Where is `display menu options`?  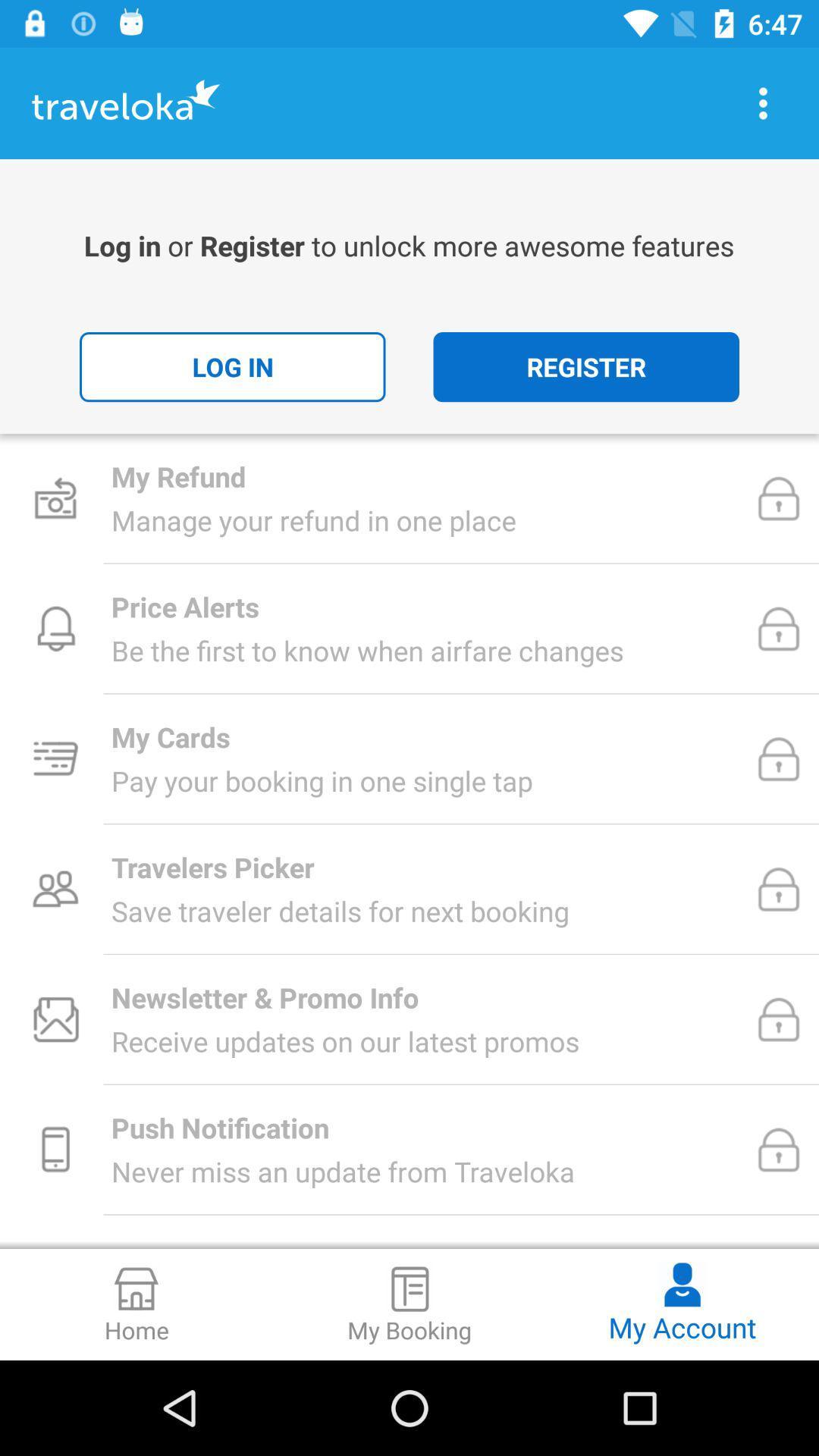
display menu options is located at coordinates (763, 102).